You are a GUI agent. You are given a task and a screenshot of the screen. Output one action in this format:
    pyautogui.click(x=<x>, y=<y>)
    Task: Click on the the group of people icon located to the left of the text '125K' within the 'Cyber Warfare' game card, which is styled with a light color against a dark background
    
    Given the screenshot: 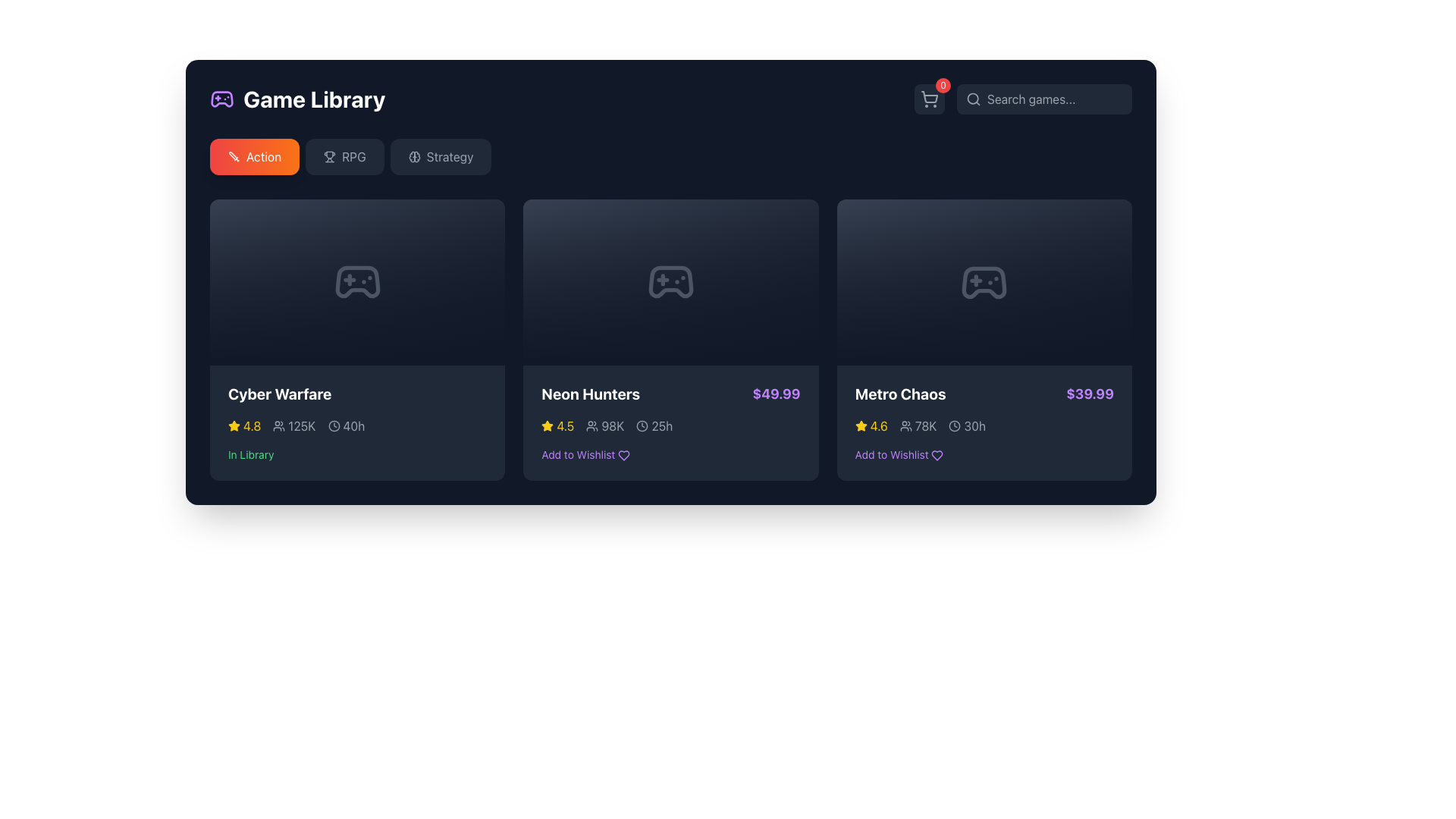 What is the action you would take?
    pyautogui.click(x=279, y=426)
    